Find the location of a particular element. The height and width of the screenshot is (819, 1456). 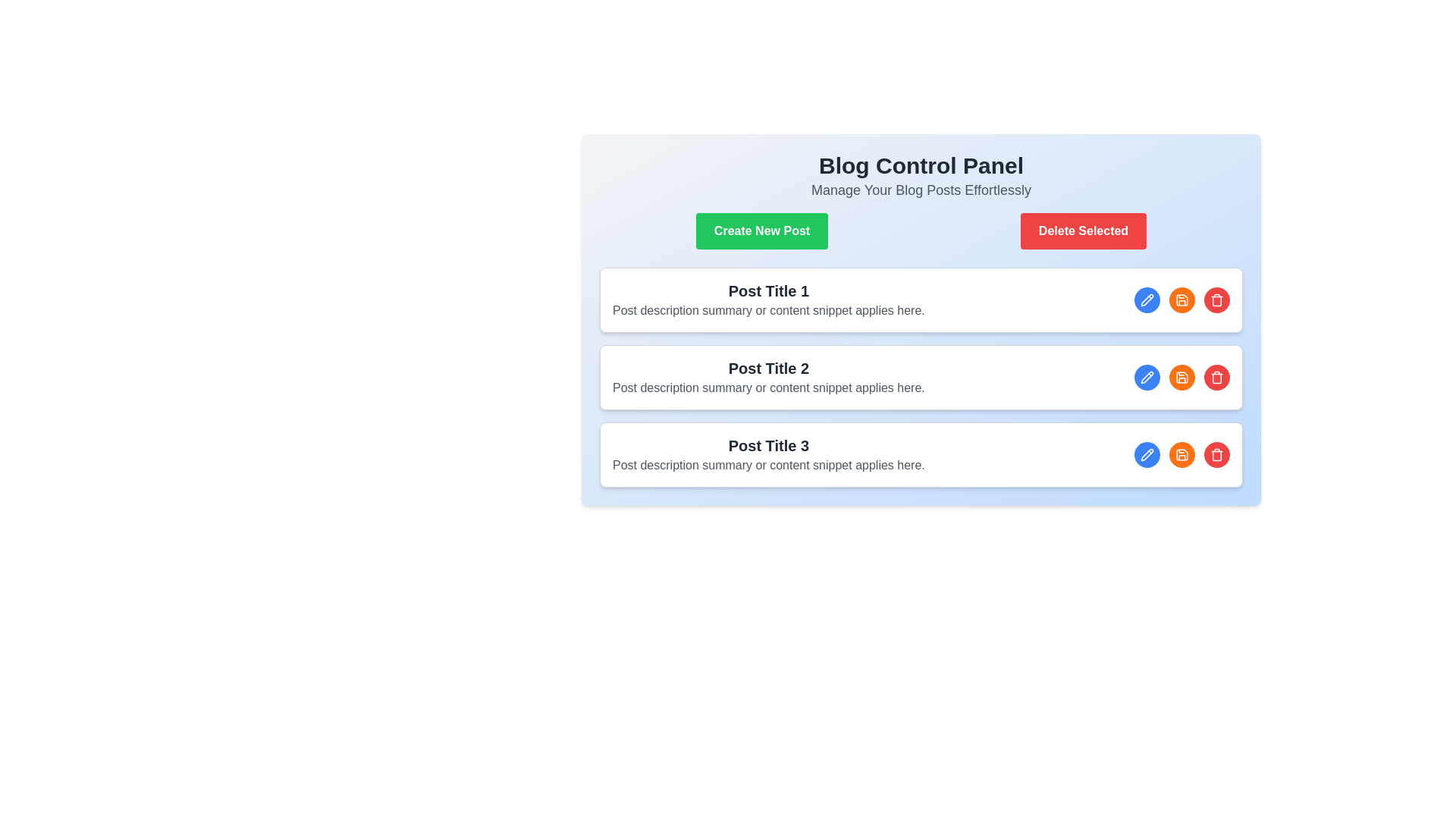

the trash can icon button located in the rightmost section of an action button group is located at coordinates (1216, 376).